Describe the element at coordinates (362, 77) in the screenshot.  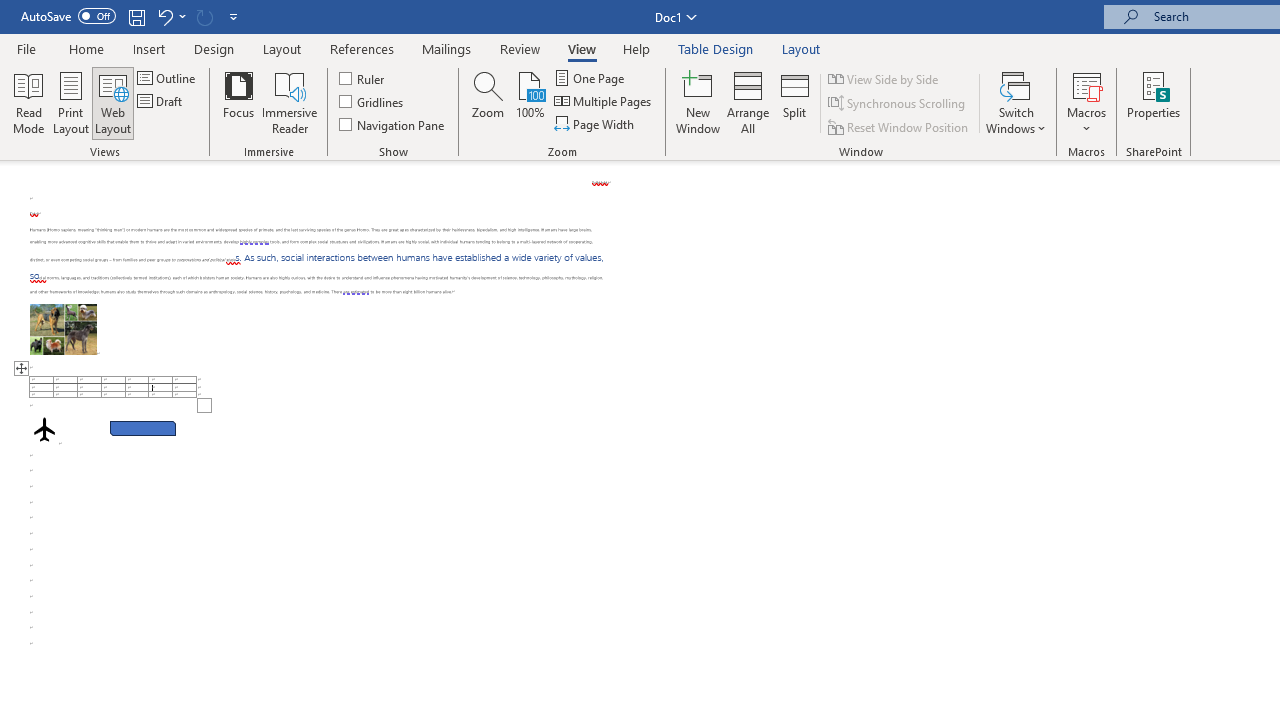
I see `'Ruler'` at that location.